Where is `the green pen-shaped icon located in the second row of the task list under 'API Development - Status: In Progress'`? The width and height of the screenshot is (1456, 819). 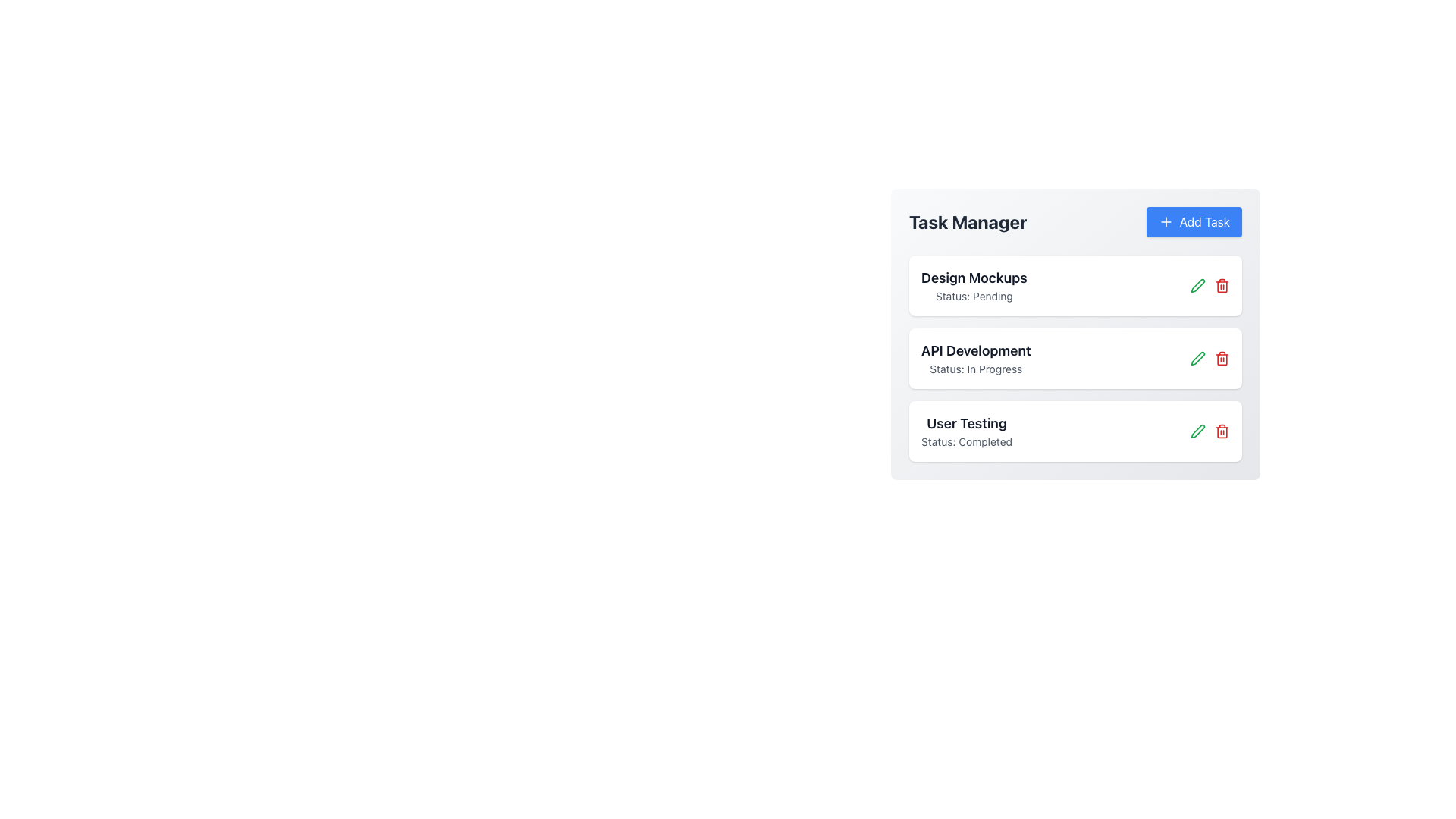 the green pen-shaped icon located in the second row of the task list under 'API Development - Status: In Progress' is located at coordinates (1197, 359).